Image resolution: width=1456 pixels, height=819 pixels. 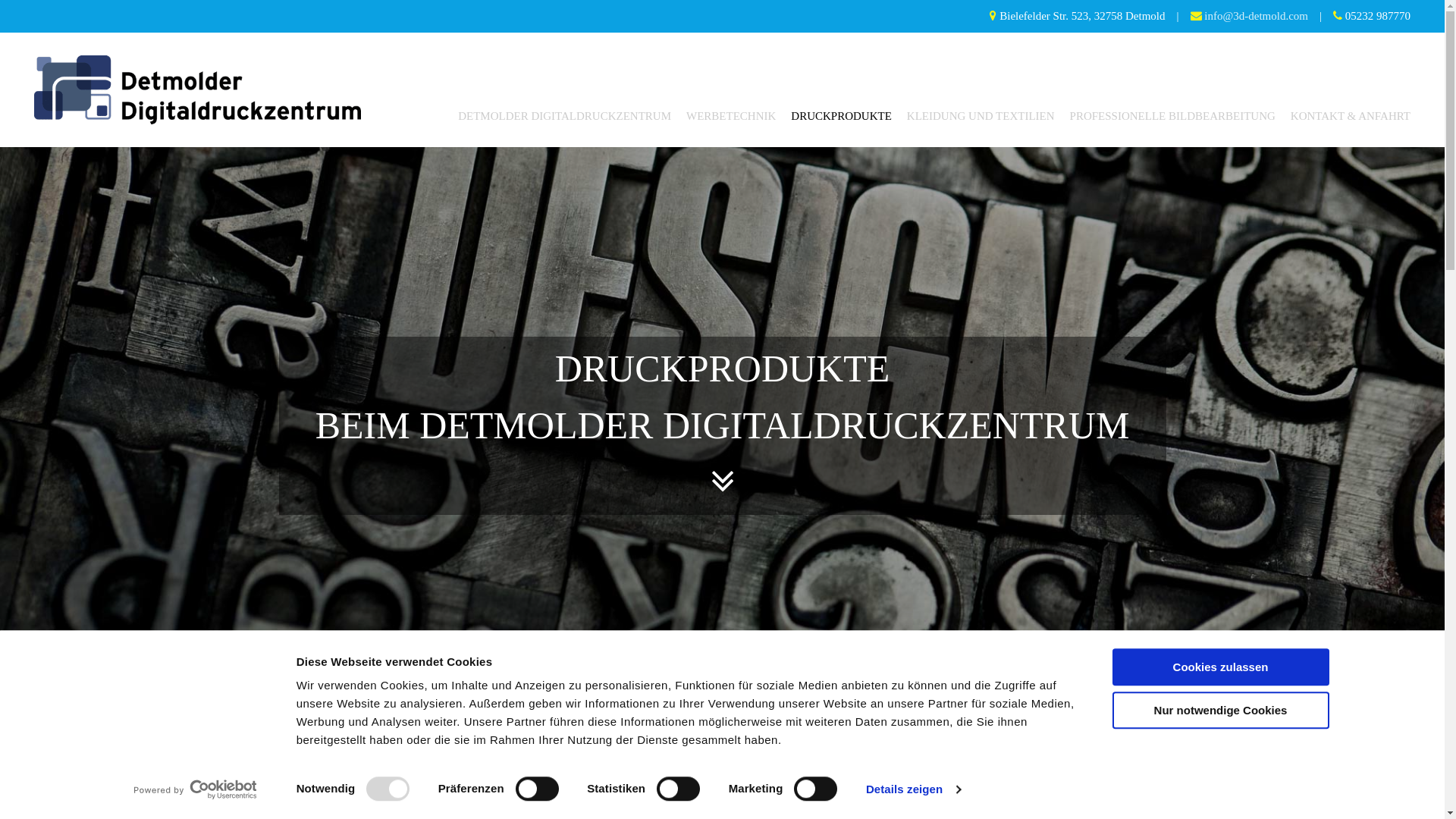 I want to click on 'Details zeigen', so click(x=912, y=789).